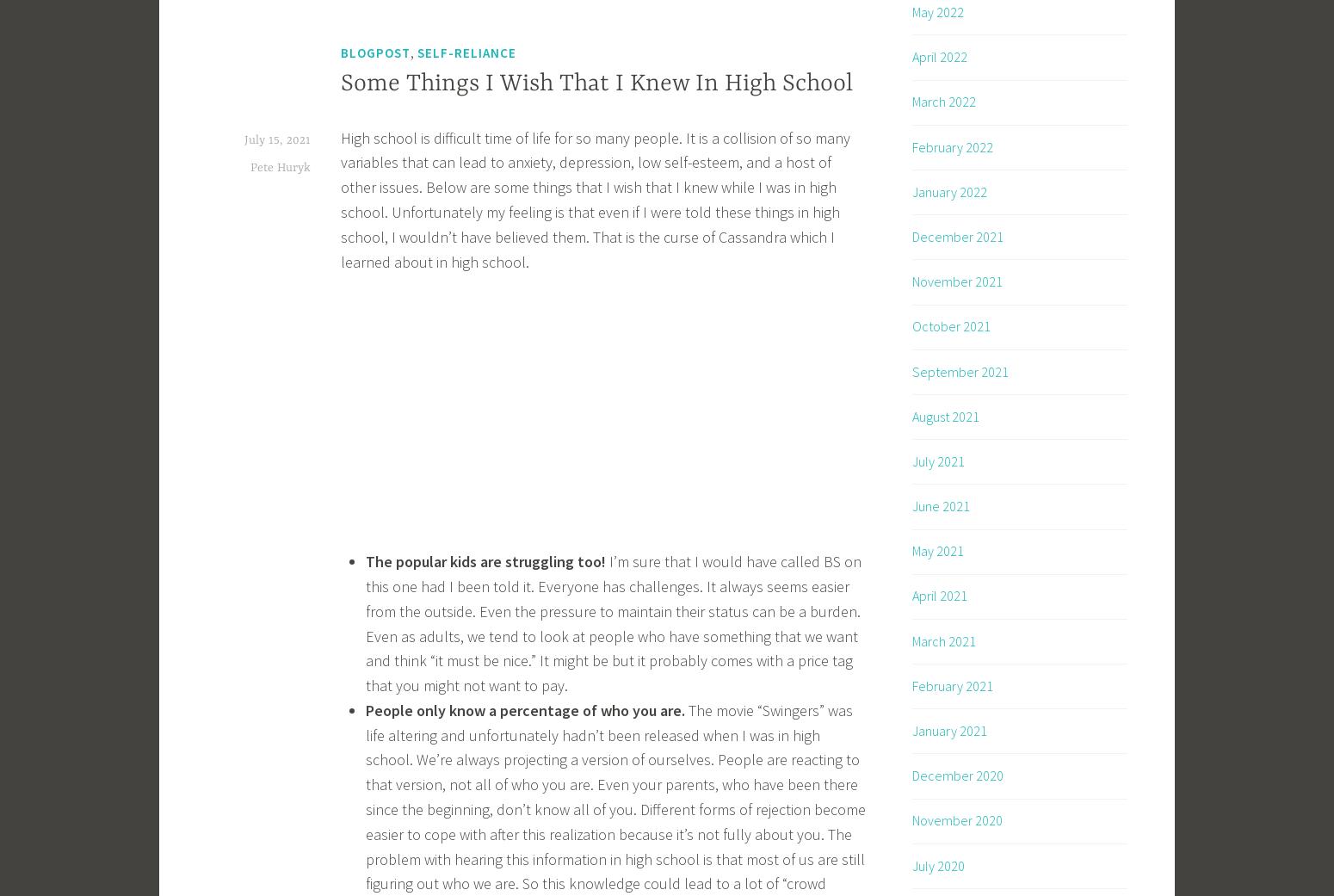  What do you see at coordinates (409, 50) in the screenshot?
I see `','` at bounding box center [409, 50].